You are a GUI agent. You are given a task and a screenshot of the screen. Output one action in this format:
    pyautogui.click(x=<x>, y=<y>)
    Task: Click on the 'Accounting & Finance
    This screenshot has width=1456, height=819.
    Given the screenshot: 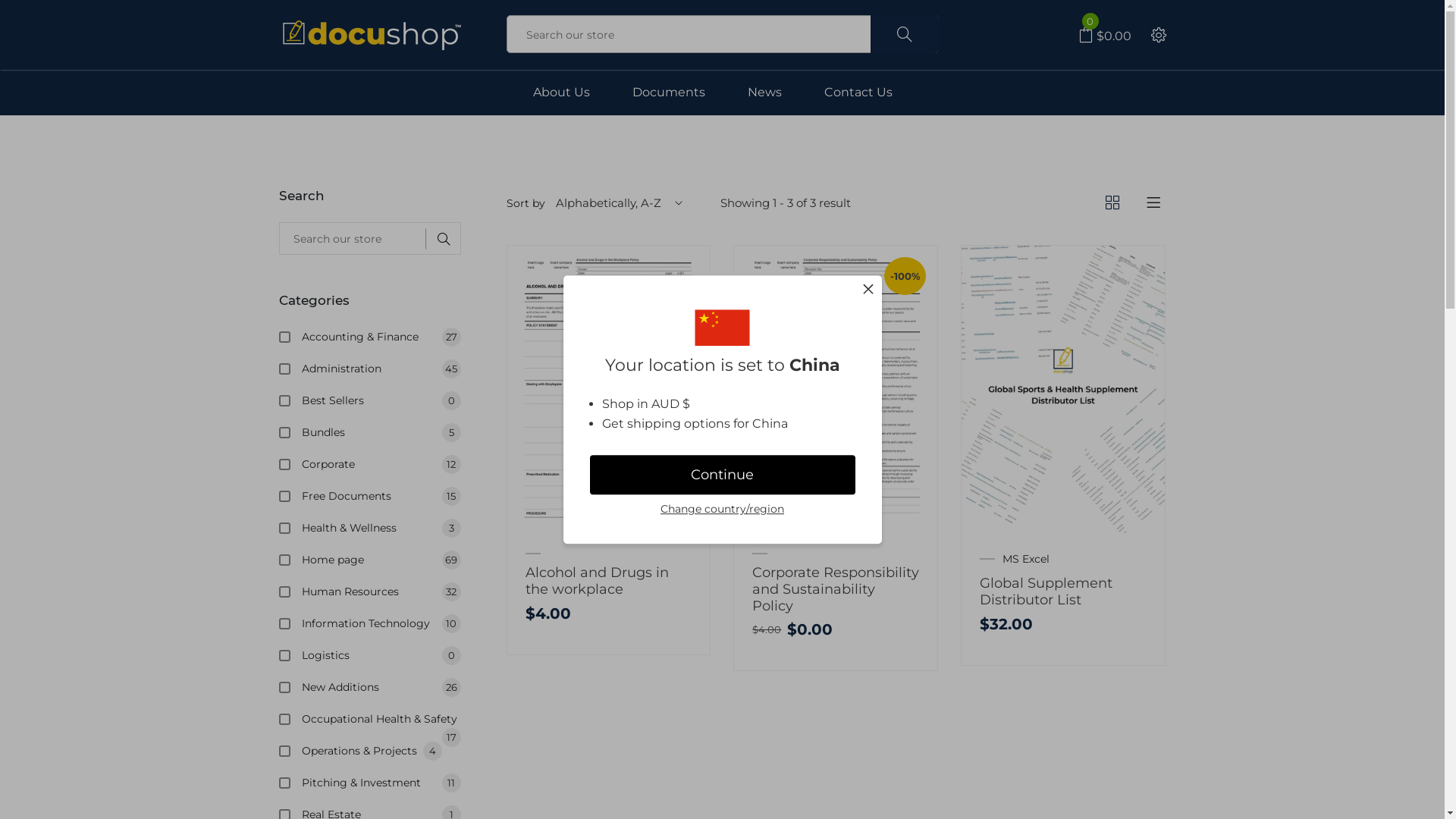 What is the action you would take?
    pyautogui.click(x=381, y=335)
    